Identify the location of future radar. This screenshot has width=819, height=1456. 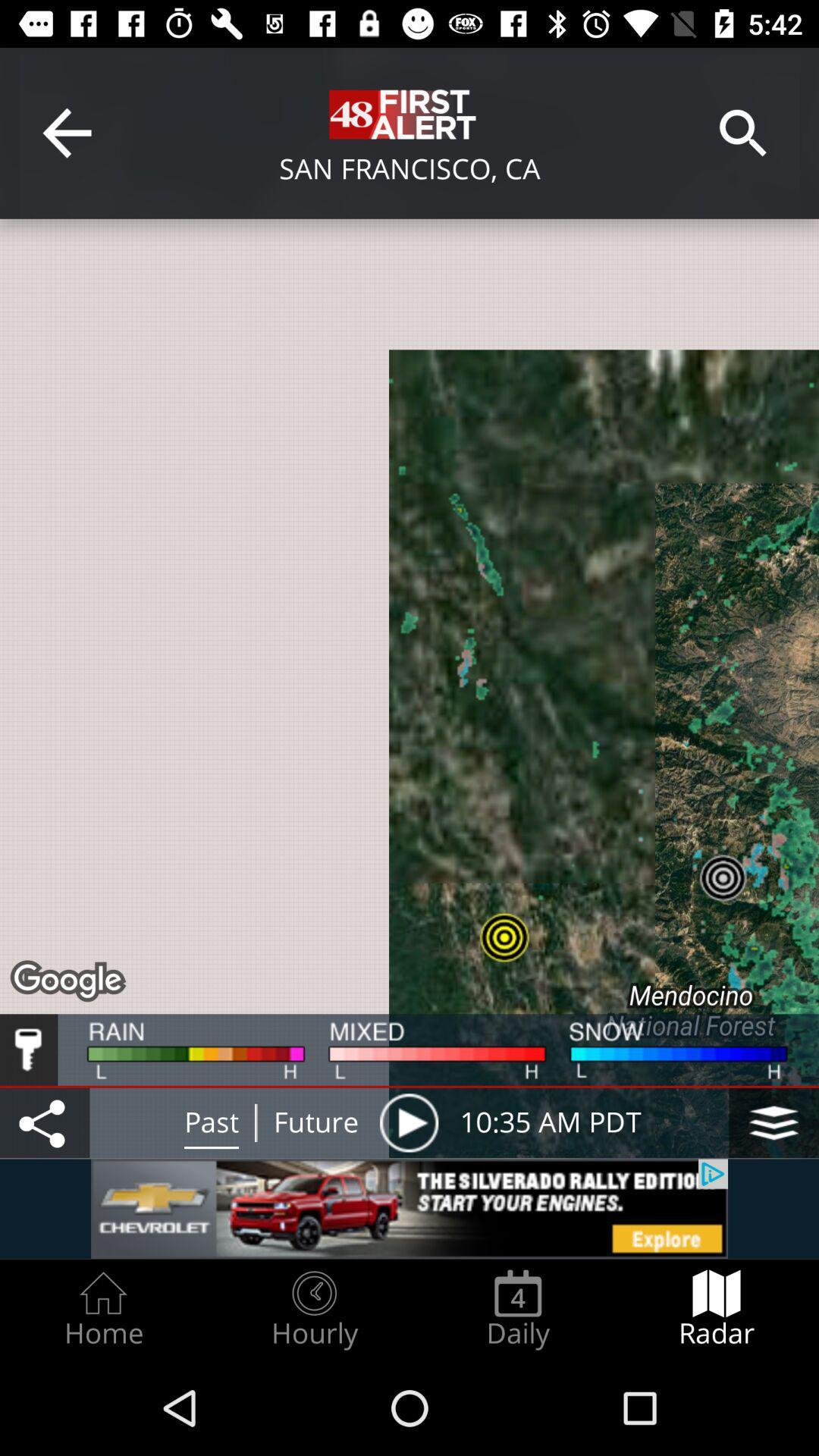
(408, 1122).